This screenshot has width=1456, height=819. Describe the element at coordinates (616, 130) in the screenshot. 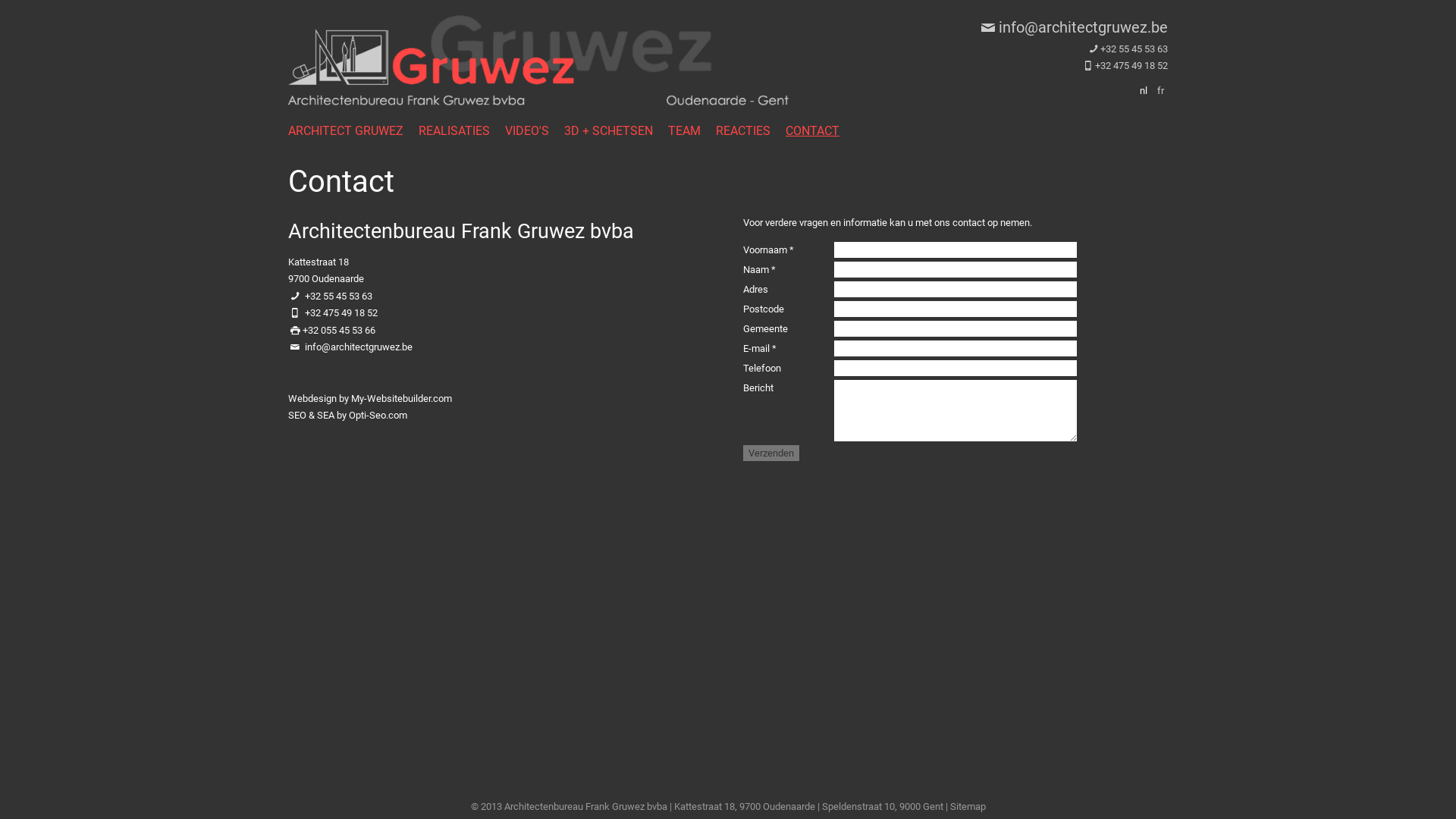

I see `'3D + SCHETSEN'` at that location.